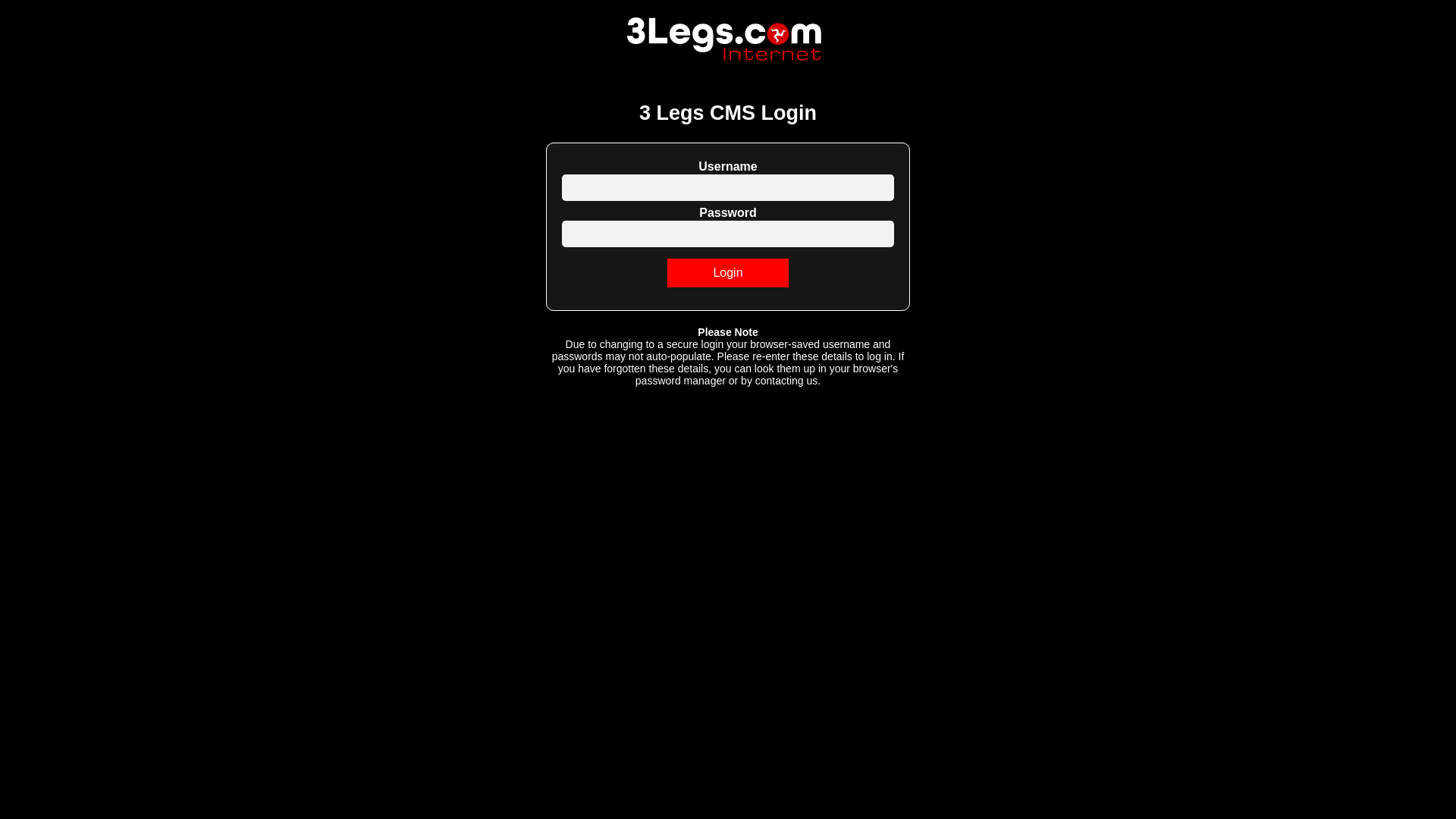 This screenshot has width=1456, height=819. I want to click on 'Login', so click(728, 271).